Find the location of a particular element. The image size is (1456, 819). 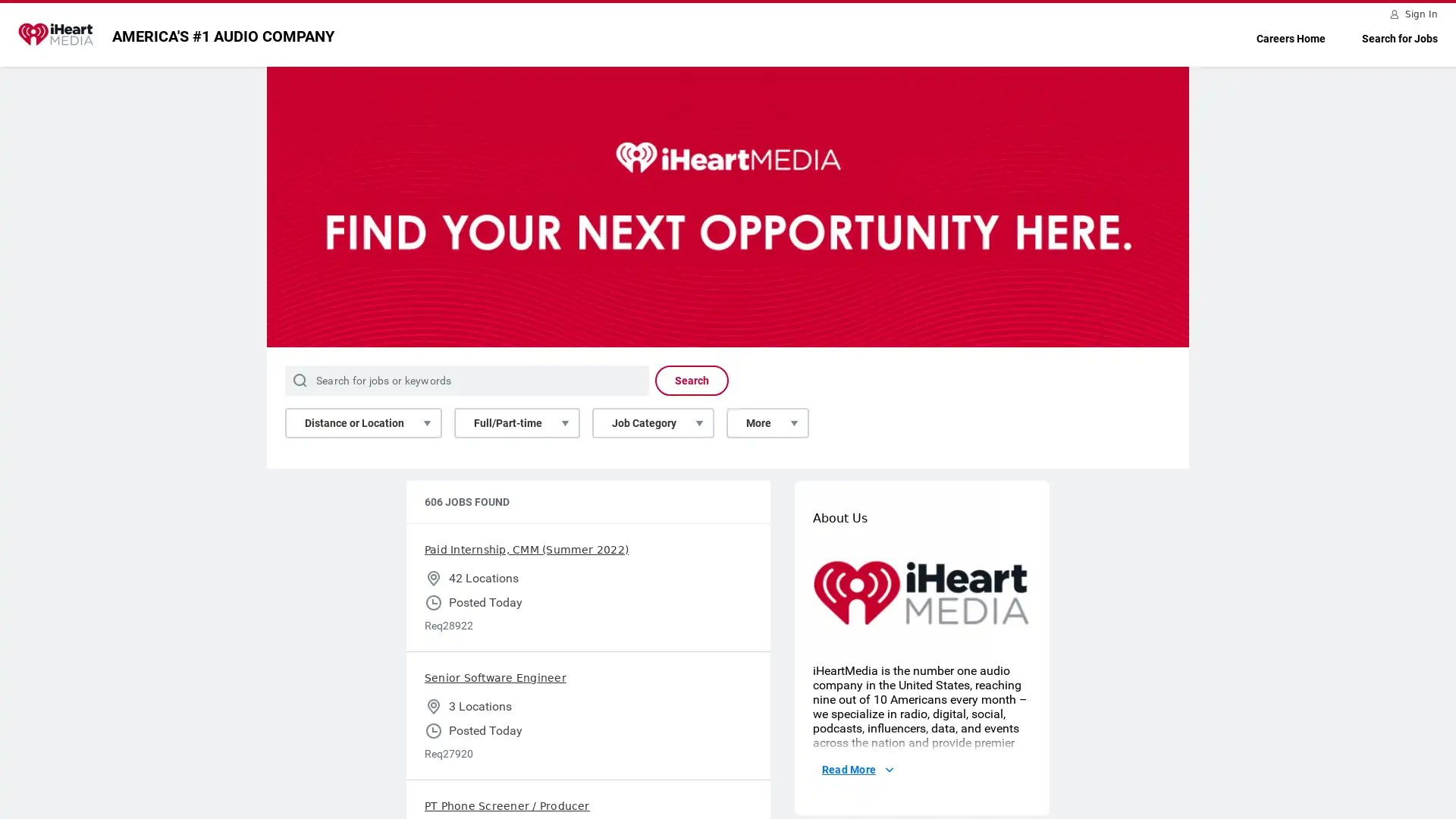

Careers Home is located at coordinates (1290, 38).